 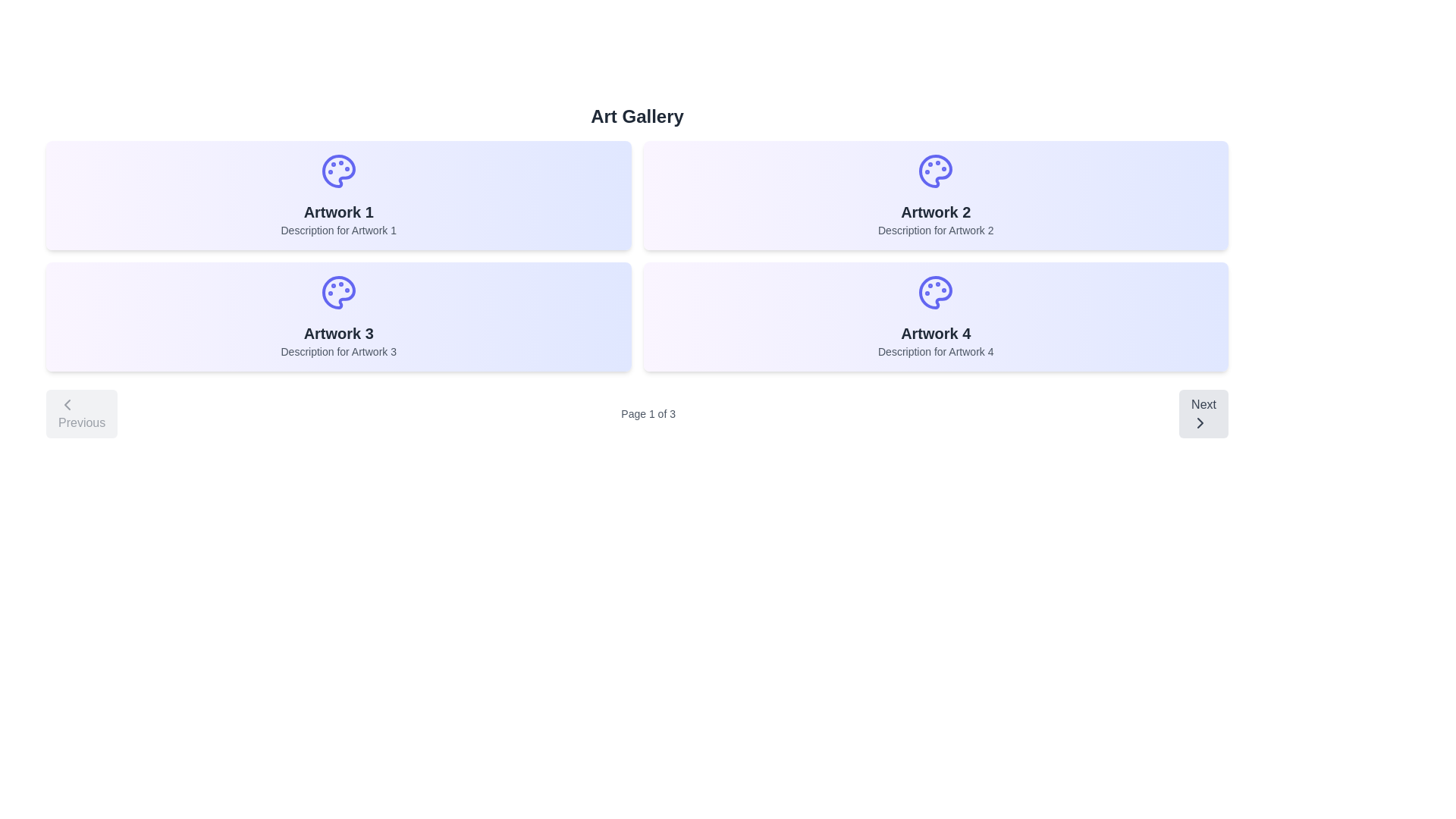 What do you see at coordinates (337, 212) in the screenshot?
I see `text label that serves as the title or identifier for the corresponding artwork, located at the center of the top-left card in the 'Artwork 1 Description for Artwork 1' section` at bounding box center [337, 212].